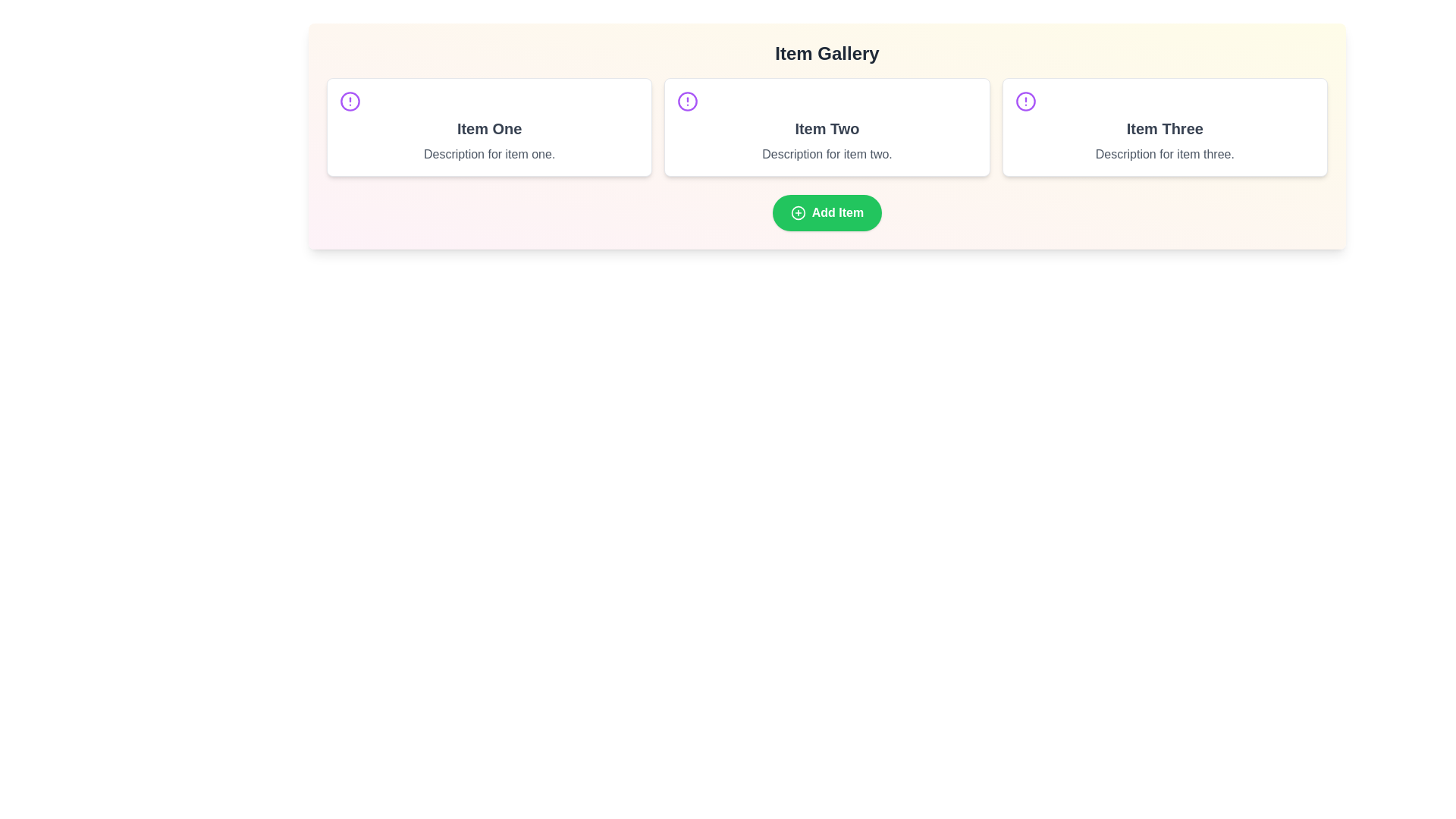 The height and width of the screenshot is (819, 1456). What do you see at coordinates (797, 213) in the screenshot?
I see `the circular '+' icon in white on a green background, located at the left side of the 'Add Item' button, for visual guidance` at bounding box center [797, 213].